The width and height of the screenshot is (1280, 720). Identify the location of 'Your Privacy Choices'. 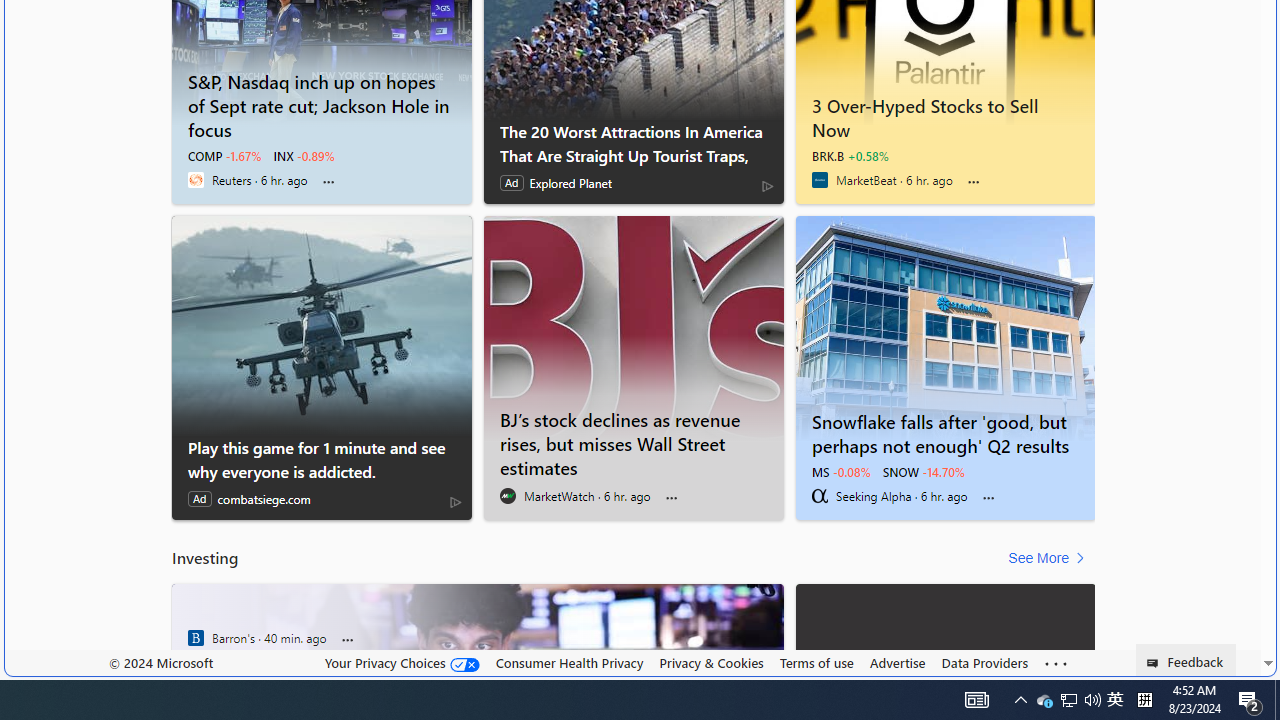
(400, 662).